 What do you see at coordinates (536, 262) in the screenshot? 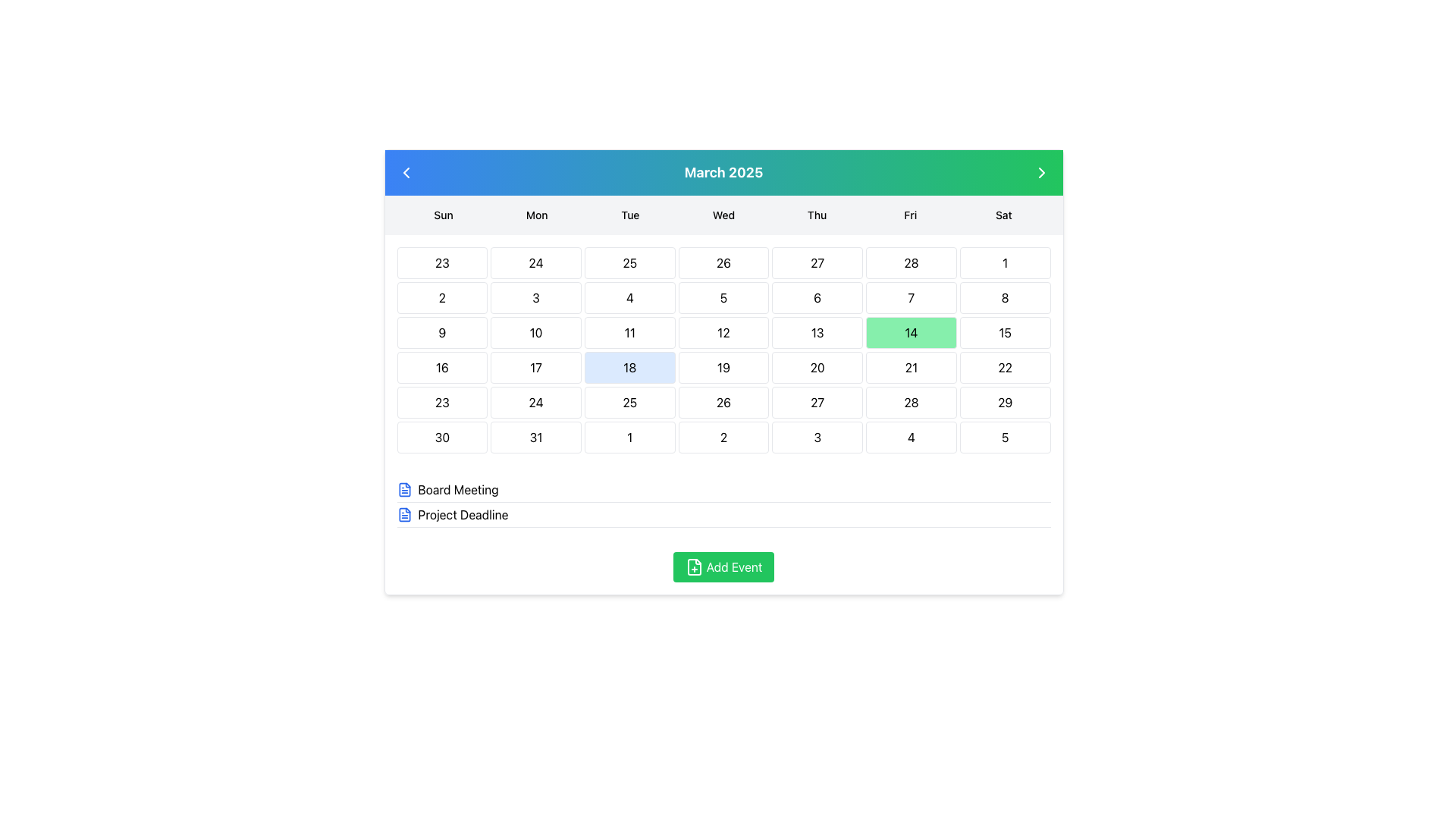
I see `from the calendar cell displaying the date '24'` at bounding box center [536, 262].